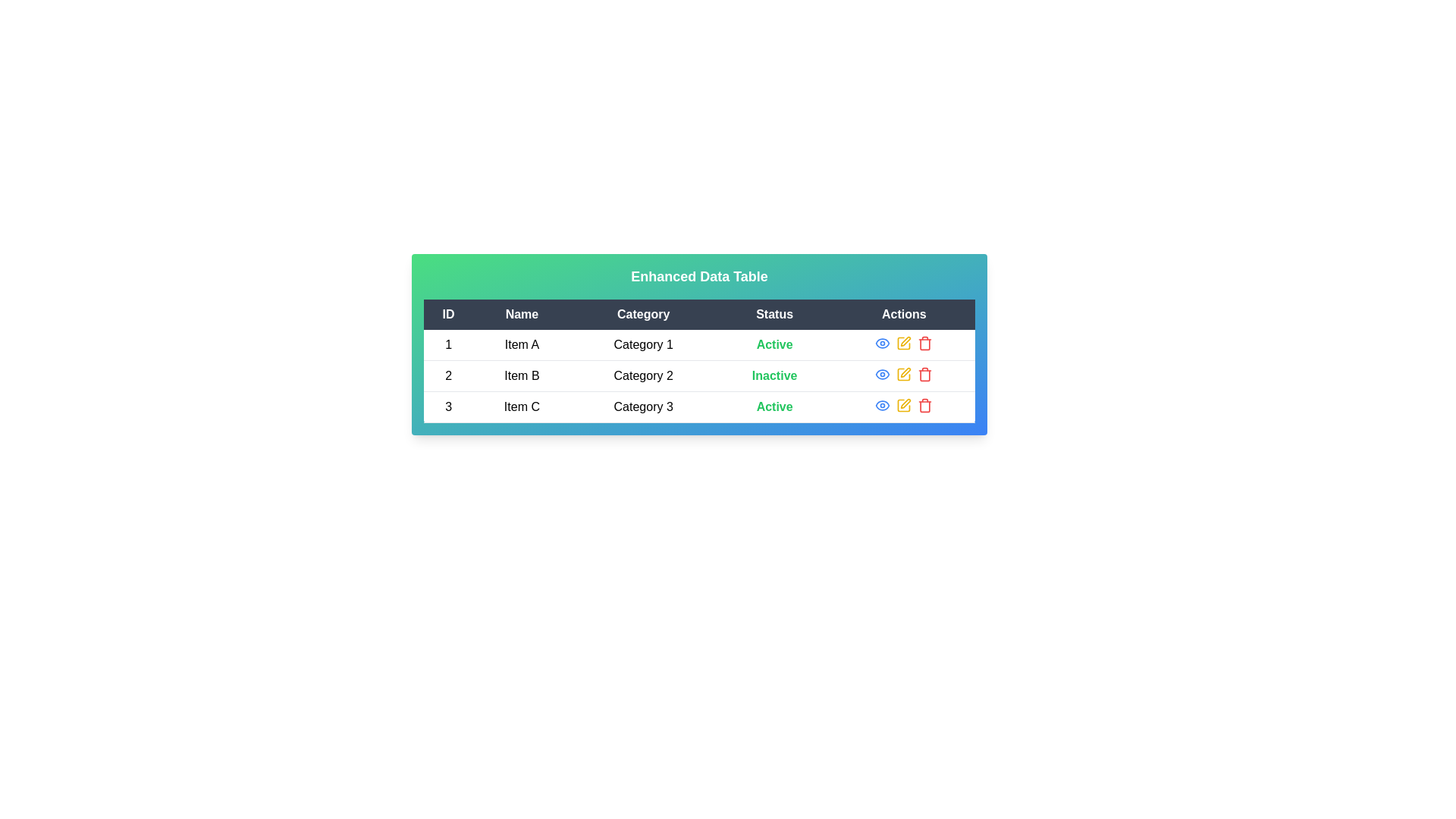  I want to click on the row corresponding to 1, so click(698, 345).